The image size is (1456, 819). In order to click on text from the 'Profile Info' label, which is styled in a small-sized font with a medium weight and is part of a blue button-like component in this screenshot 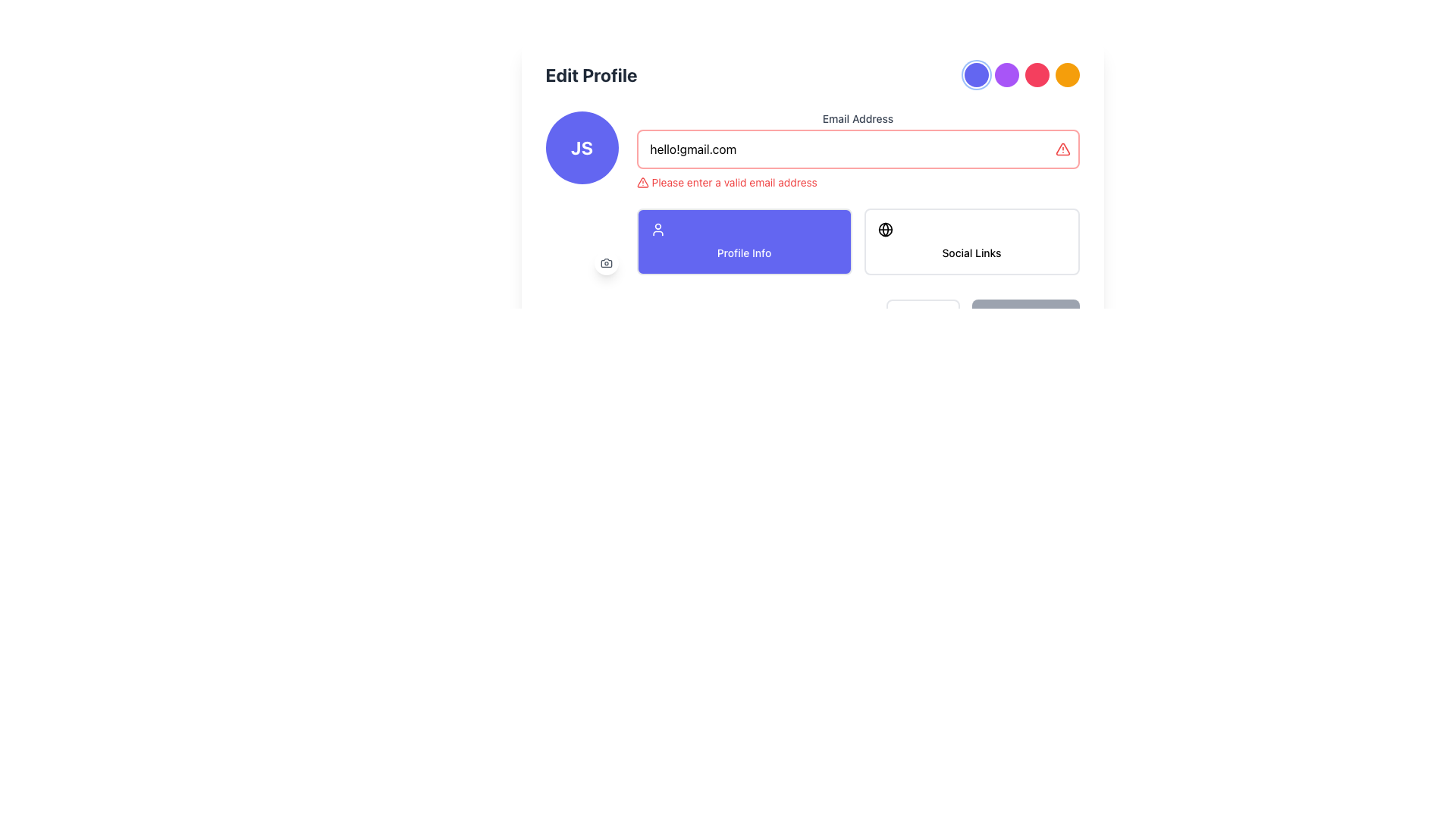, I will do `click(744, 252)`.